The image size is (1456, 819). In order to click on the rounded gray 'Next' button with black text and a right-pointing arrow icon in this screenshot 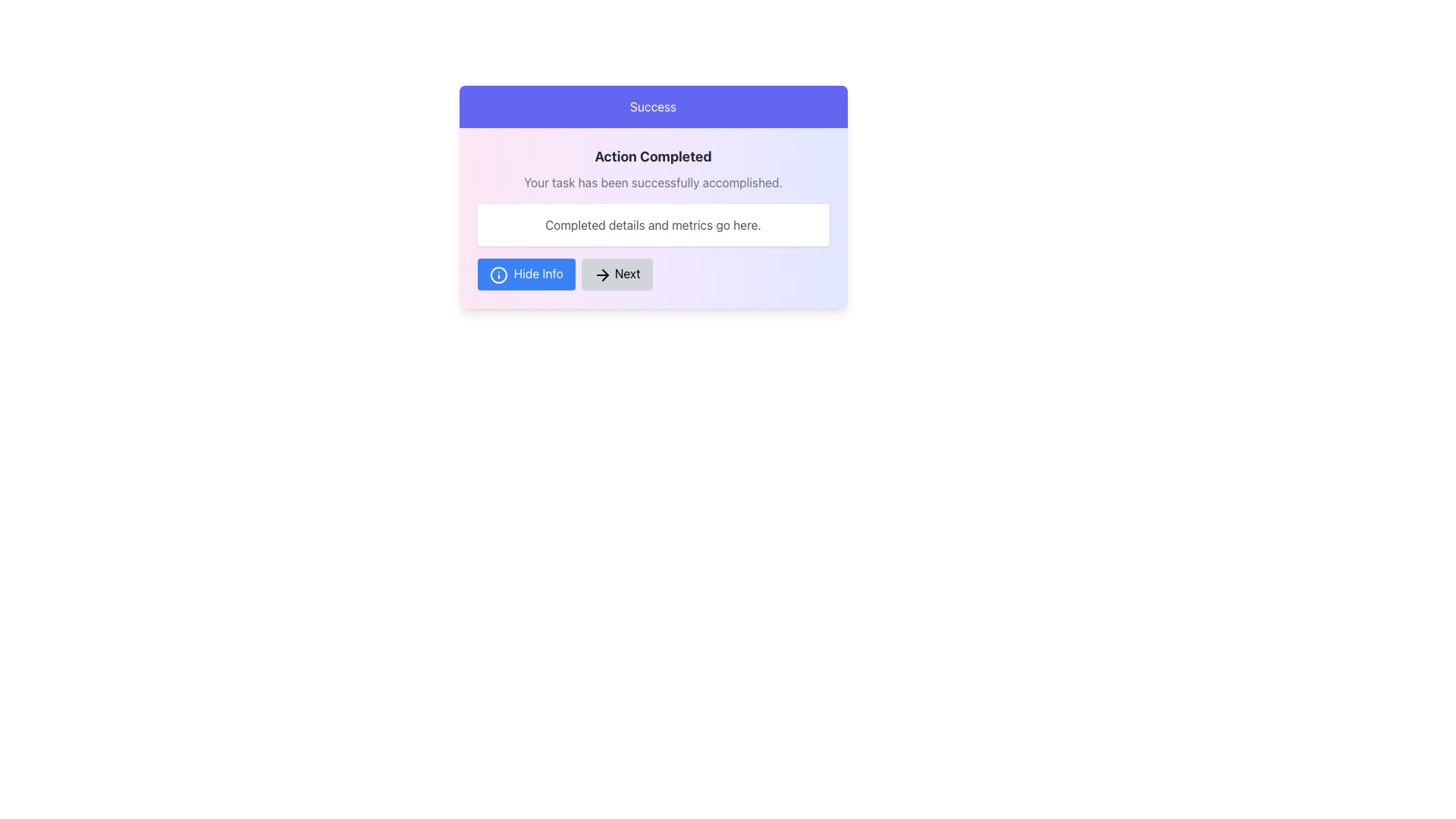, I will do `click(617, 274)`.